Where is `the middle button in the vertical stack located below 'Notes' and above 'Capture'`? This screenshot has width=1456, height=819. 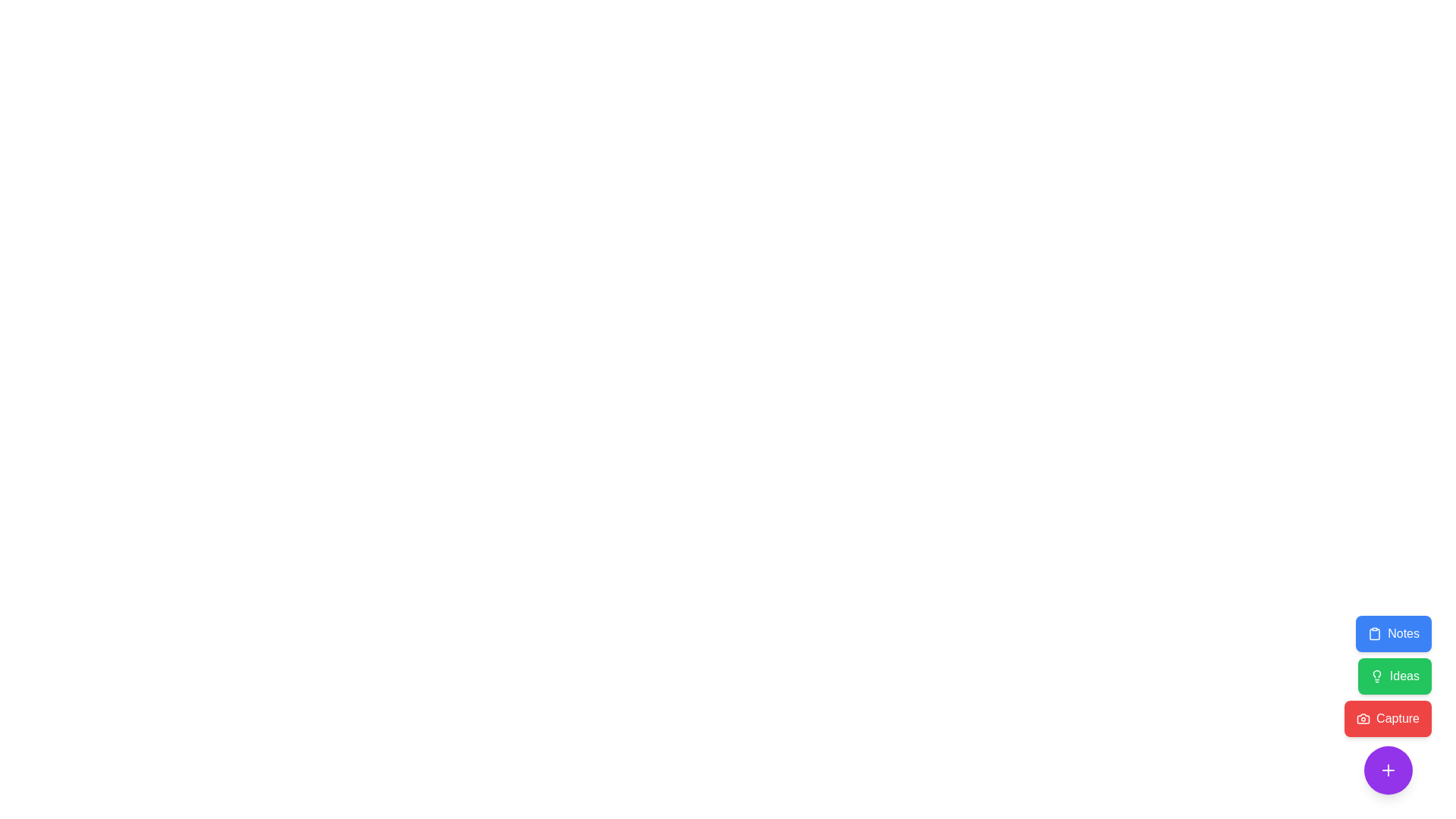
the middle button in the vertical stack located below 'Notes' and above 'Capture' is located at coordinates (1395, 675).